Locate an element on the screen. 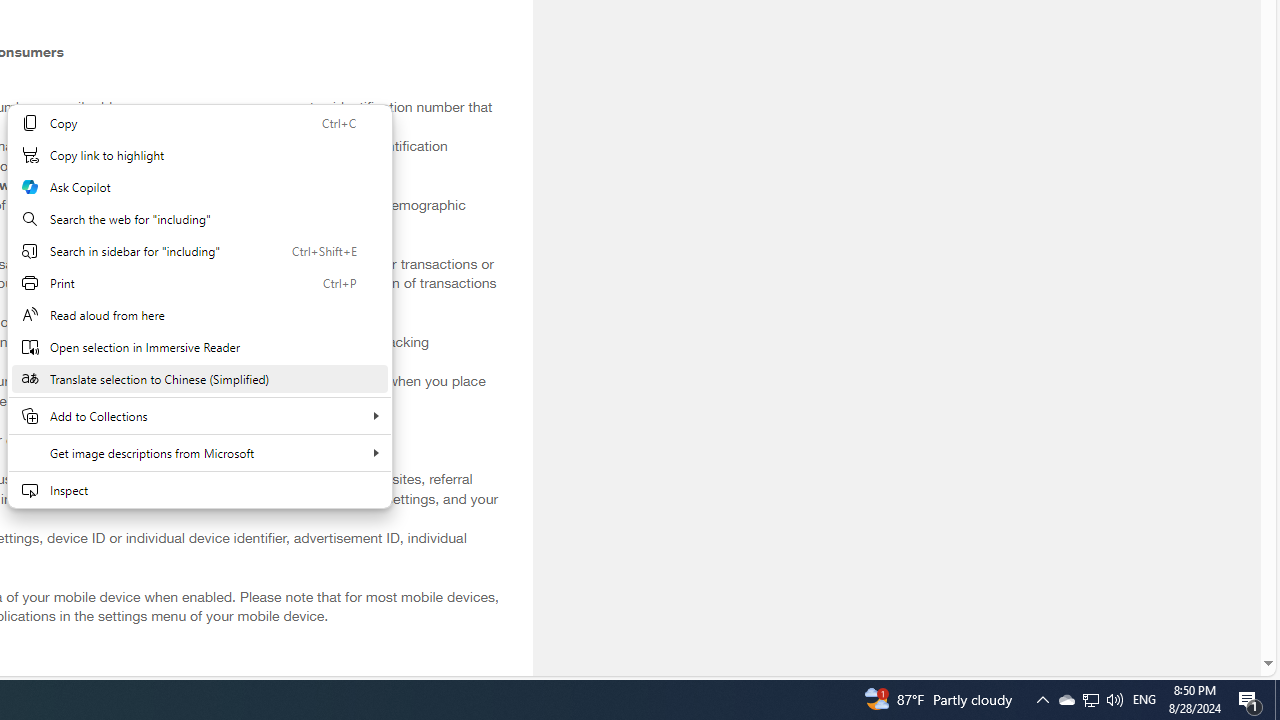 This screenshot has width=1280, height=720. 'Ask Copilot' is located at coordinates (199, 187).